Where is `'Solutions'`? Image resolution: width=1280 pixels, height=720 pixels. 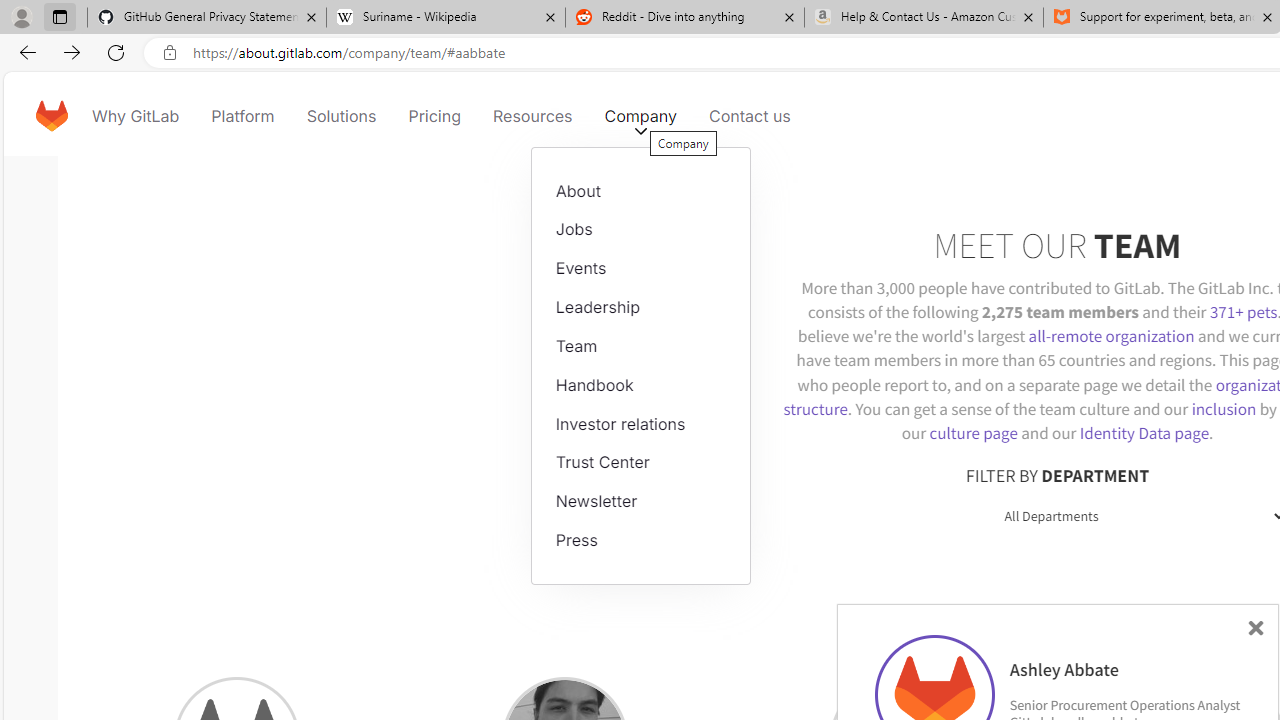
'Solutions' is located at coordinates (341, 115).